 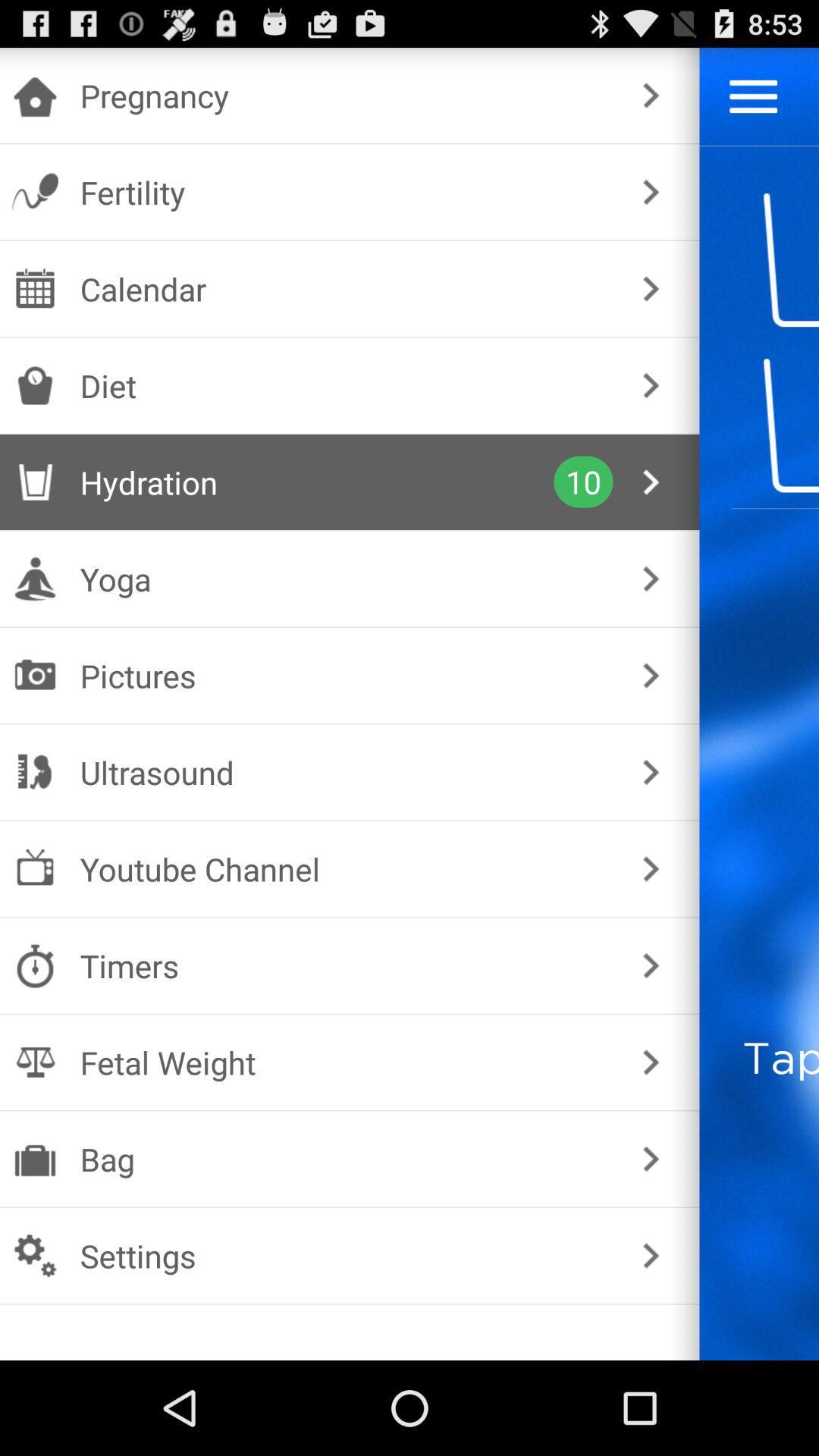 I want to click on fertility icon, so click(x=347, y=191).